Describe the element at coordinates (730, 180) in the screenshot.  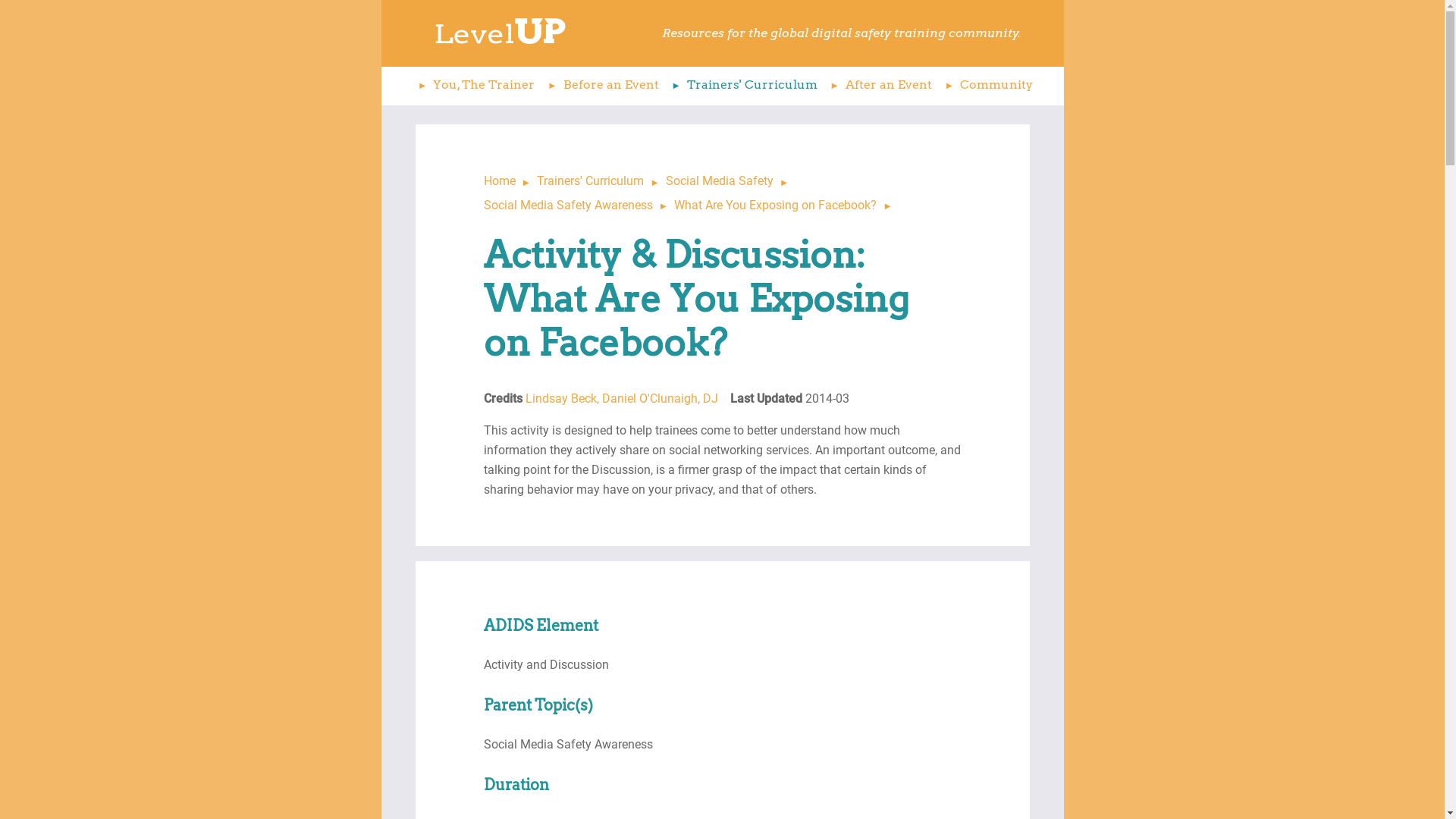
I see `'Social Media Safety'` at that location.